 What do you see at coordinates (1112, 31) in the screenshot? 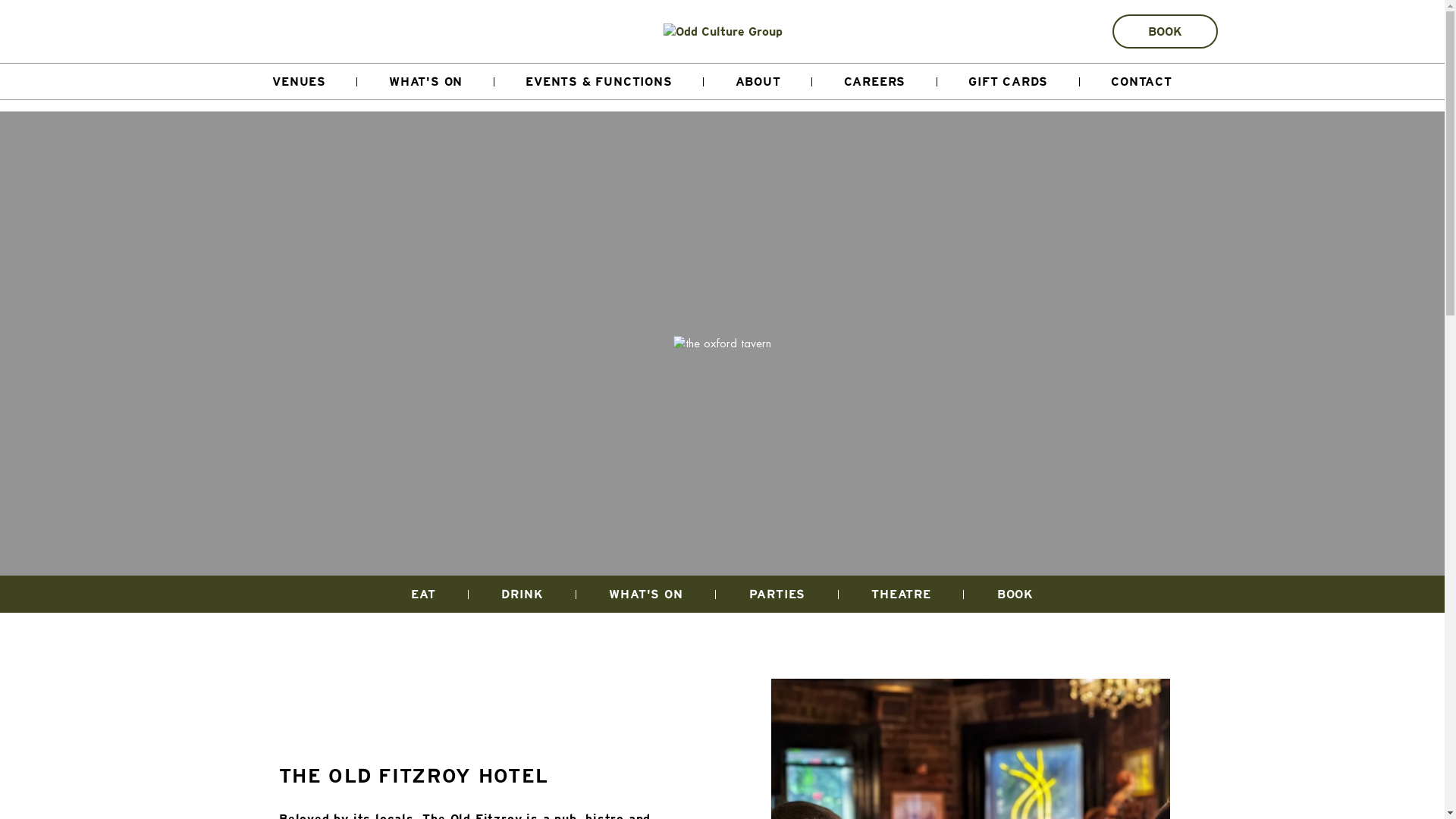
I see `'BOOK'` at bounding box center [1112, 31].